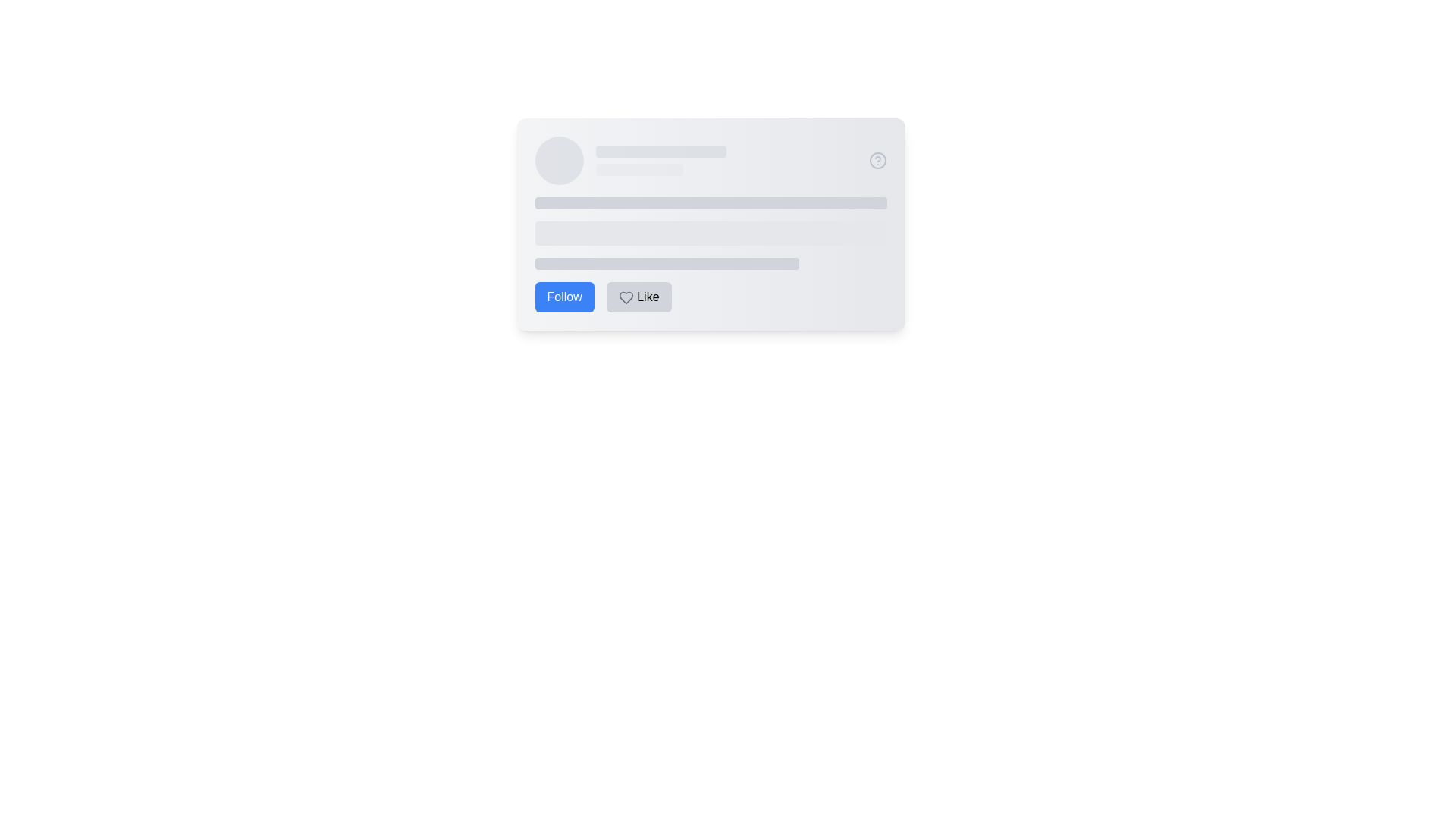 The image size is (1456, 819). I want to click on the blue 'Follow' button with rounded corners, which is the leftmost button in a group of interactive elements, to follow, so click(563, 297).